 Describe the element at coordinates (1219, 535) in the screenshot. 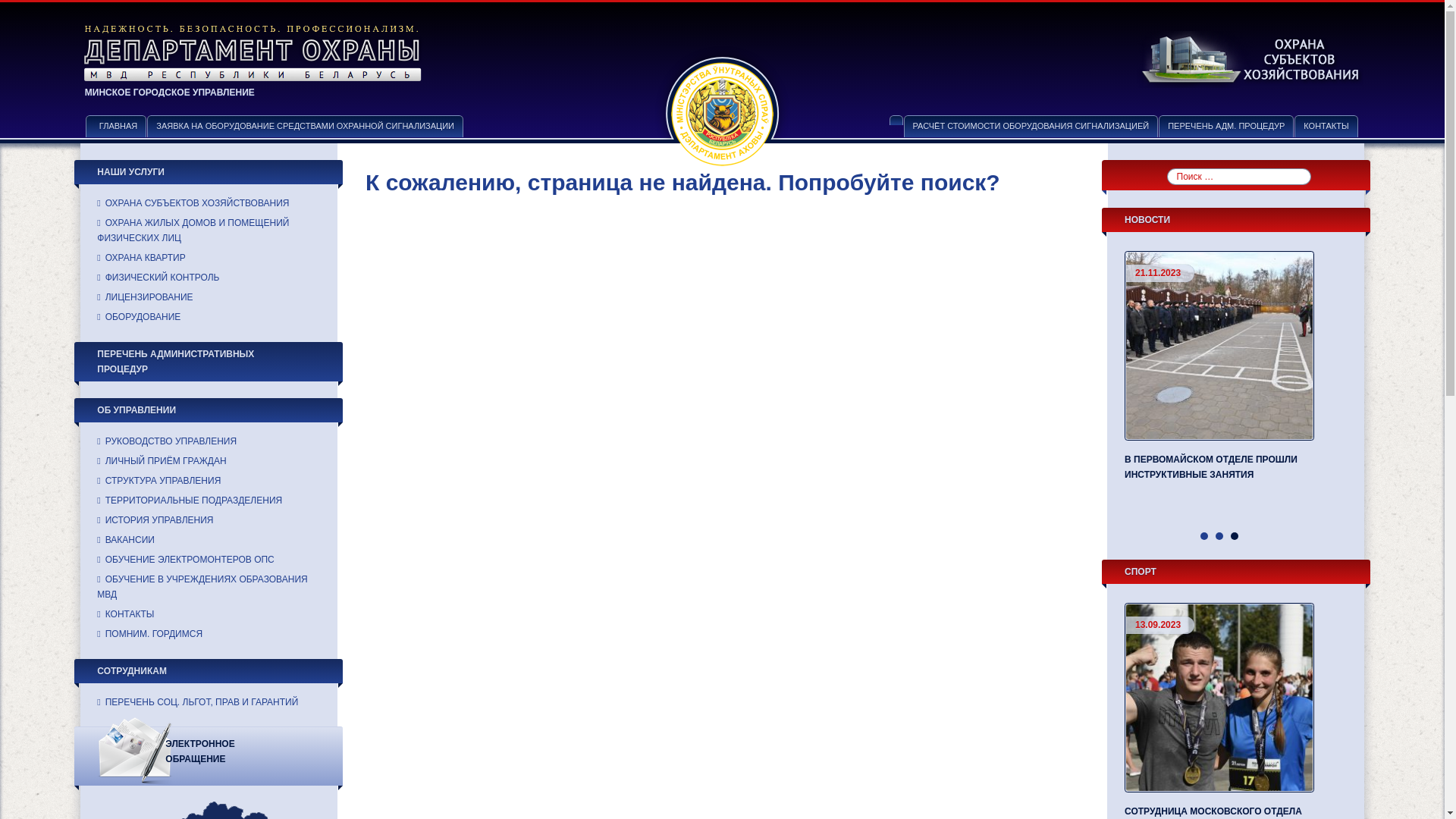

I see `'2'` at that location.